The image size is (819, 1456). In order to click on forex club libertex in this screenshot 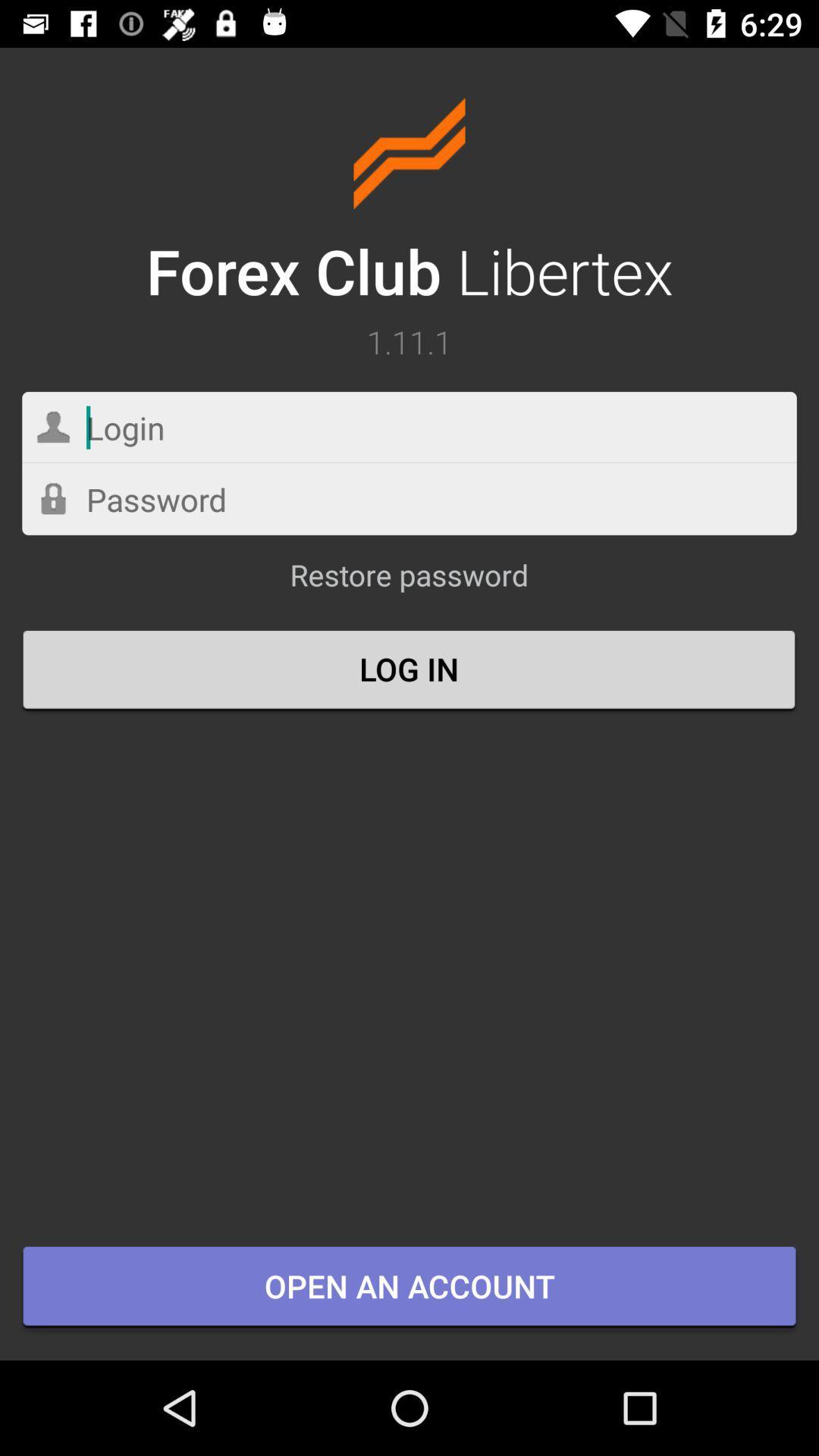, I will do `click(409, 204)`.